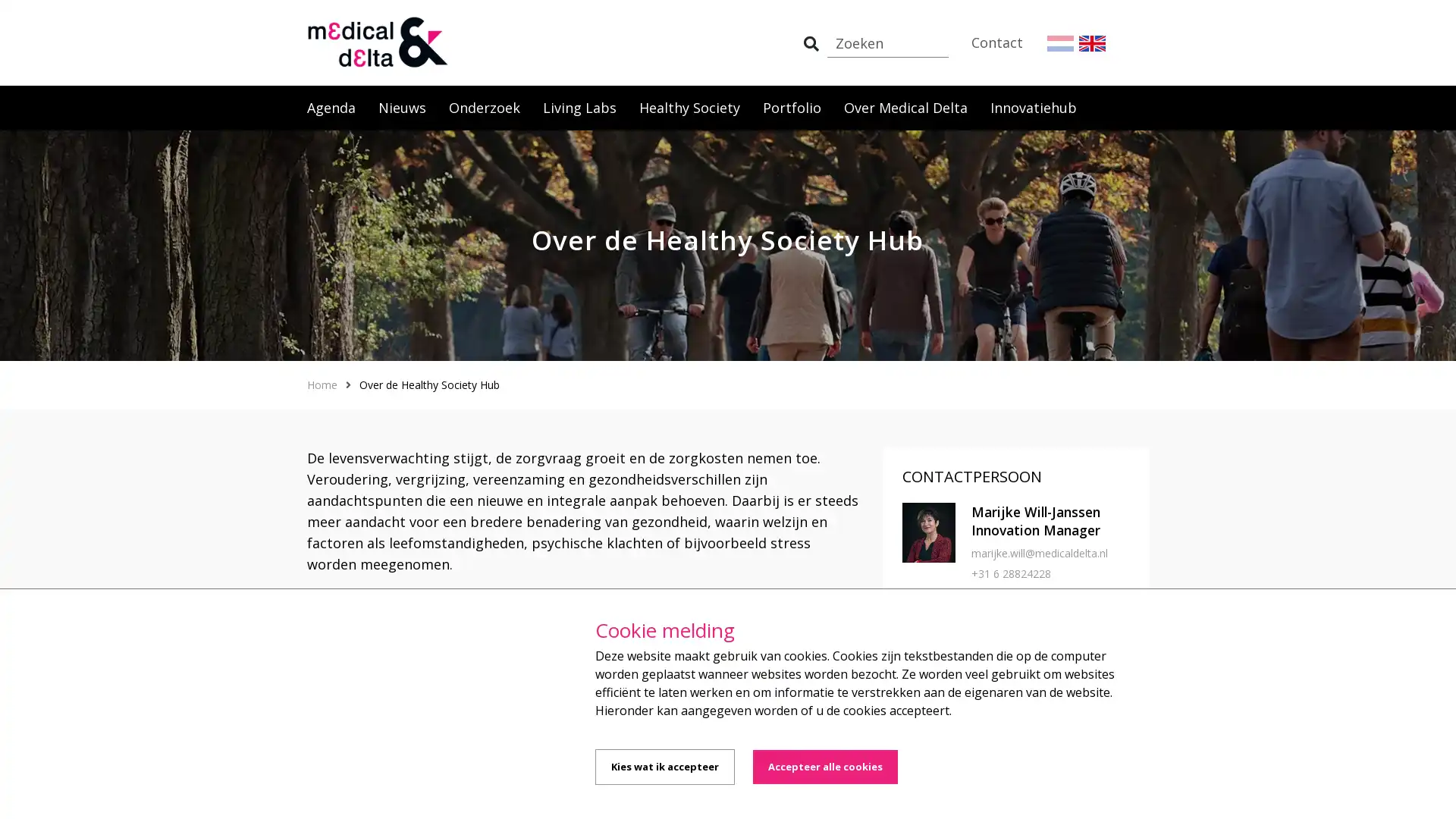  Describe the element at coordinates (665, 767) in the screenshot. I see `Kies wat ik accepteer` at that location.